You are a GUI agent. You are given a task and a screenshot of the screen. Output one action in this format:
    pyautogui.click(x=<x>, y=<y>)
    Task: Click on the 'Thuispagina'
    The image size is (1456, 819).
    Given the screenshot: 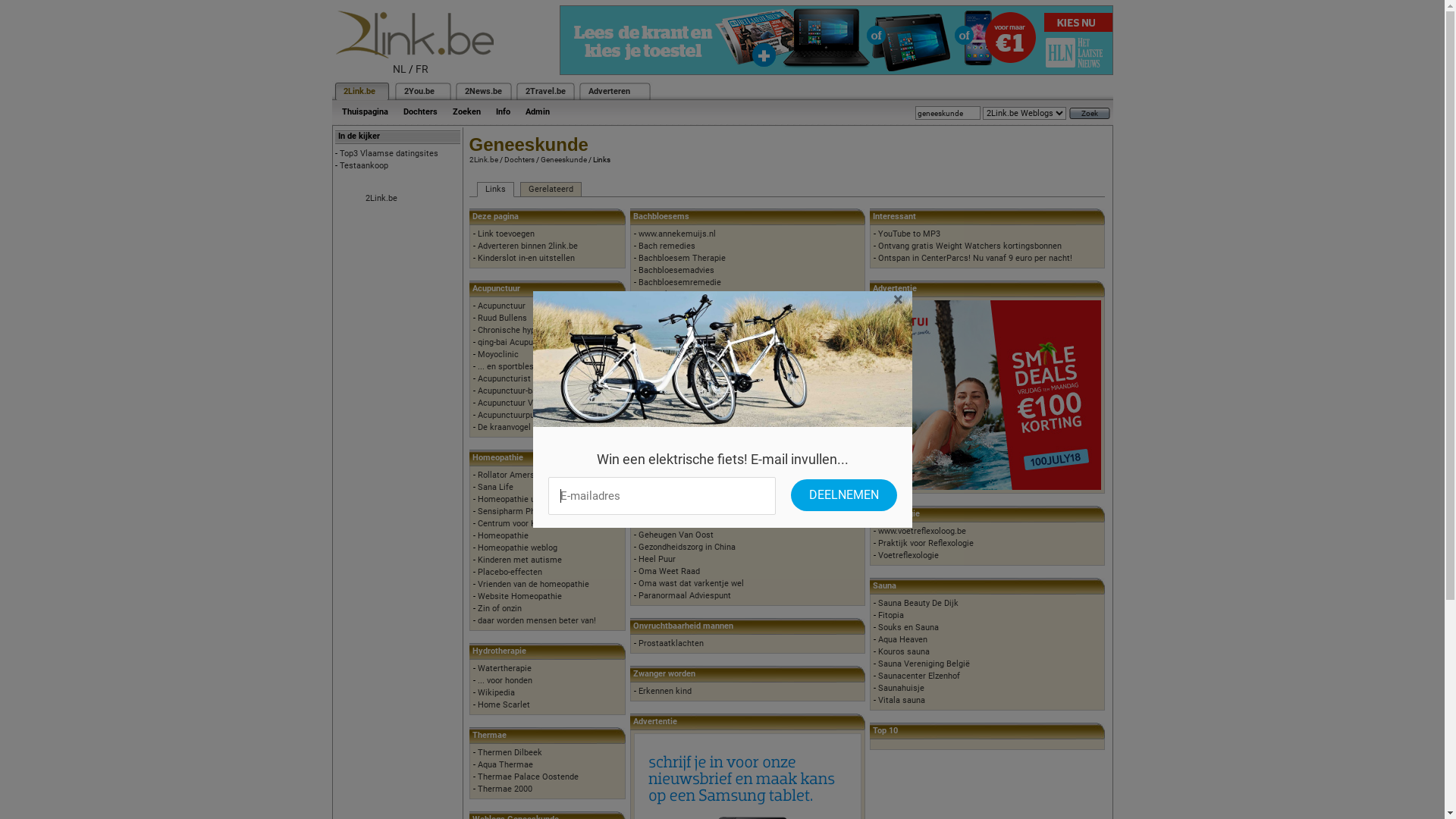 What is the action you would take?
    pyautogui.click(x=364, y=111)
    